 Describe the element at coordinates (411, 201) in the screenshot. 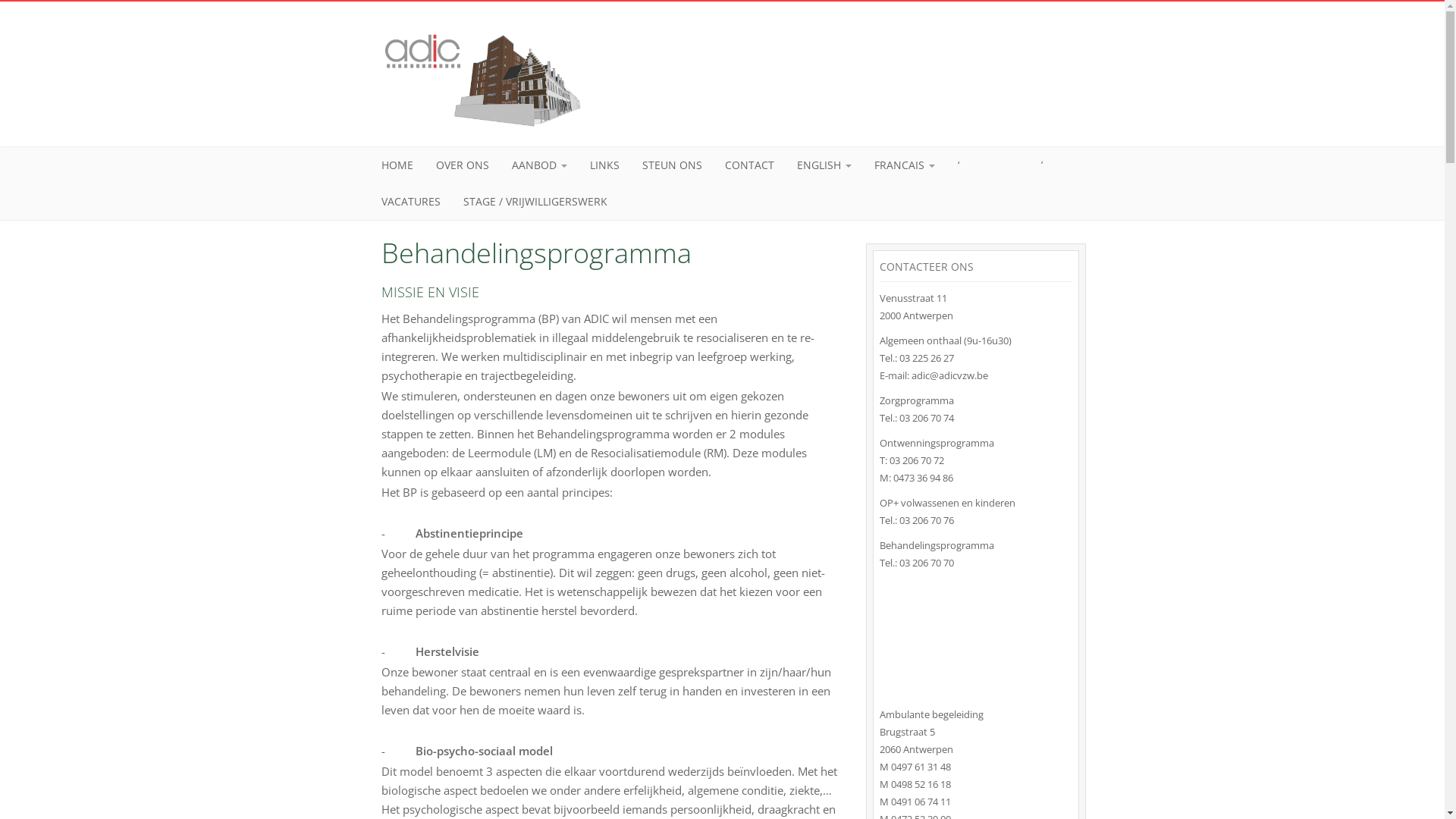

I see `'VACATURES'` at that location.